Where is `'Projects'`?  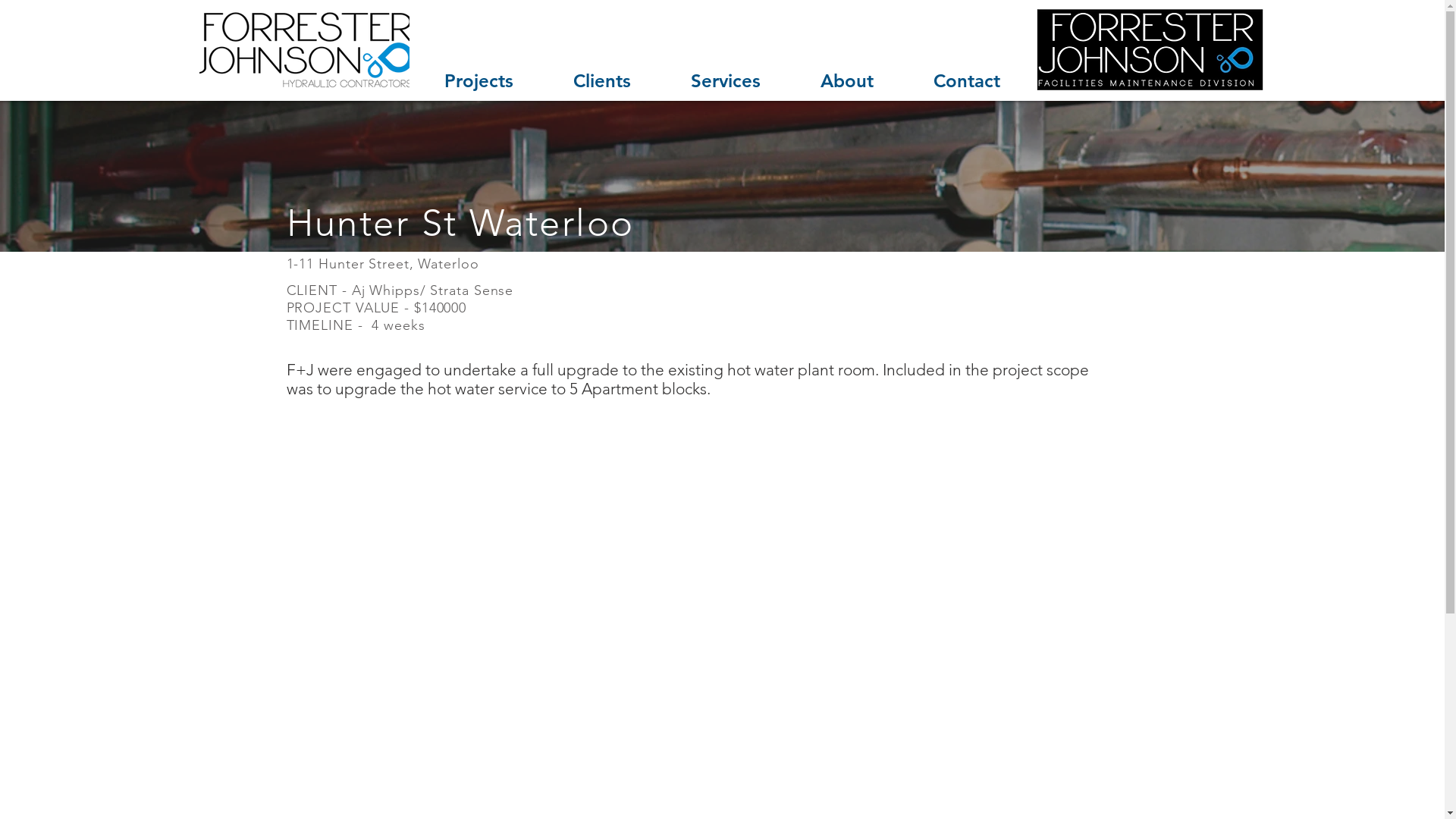 'Projects' is located at coordinates (414, 80).